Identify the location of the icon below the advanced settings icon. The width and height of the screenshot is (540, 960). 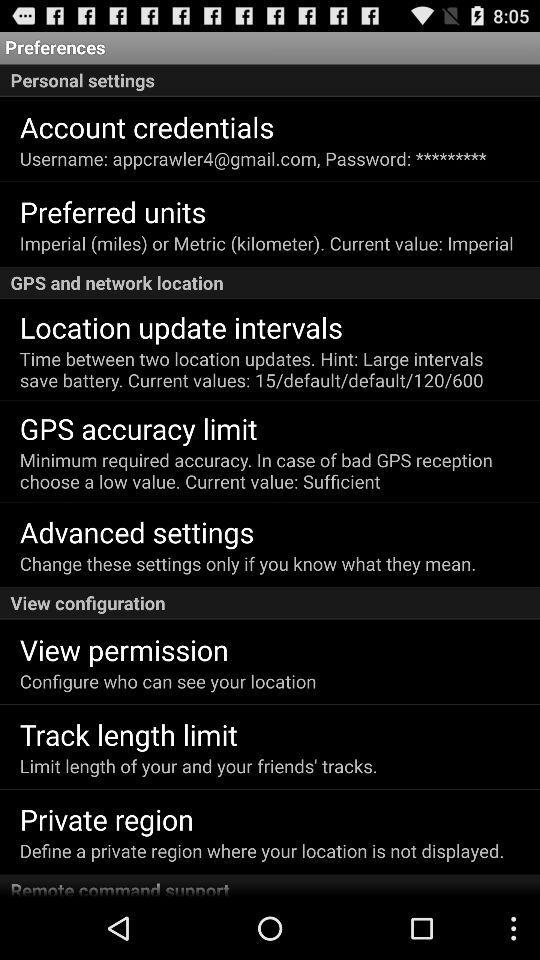
(248, 563).